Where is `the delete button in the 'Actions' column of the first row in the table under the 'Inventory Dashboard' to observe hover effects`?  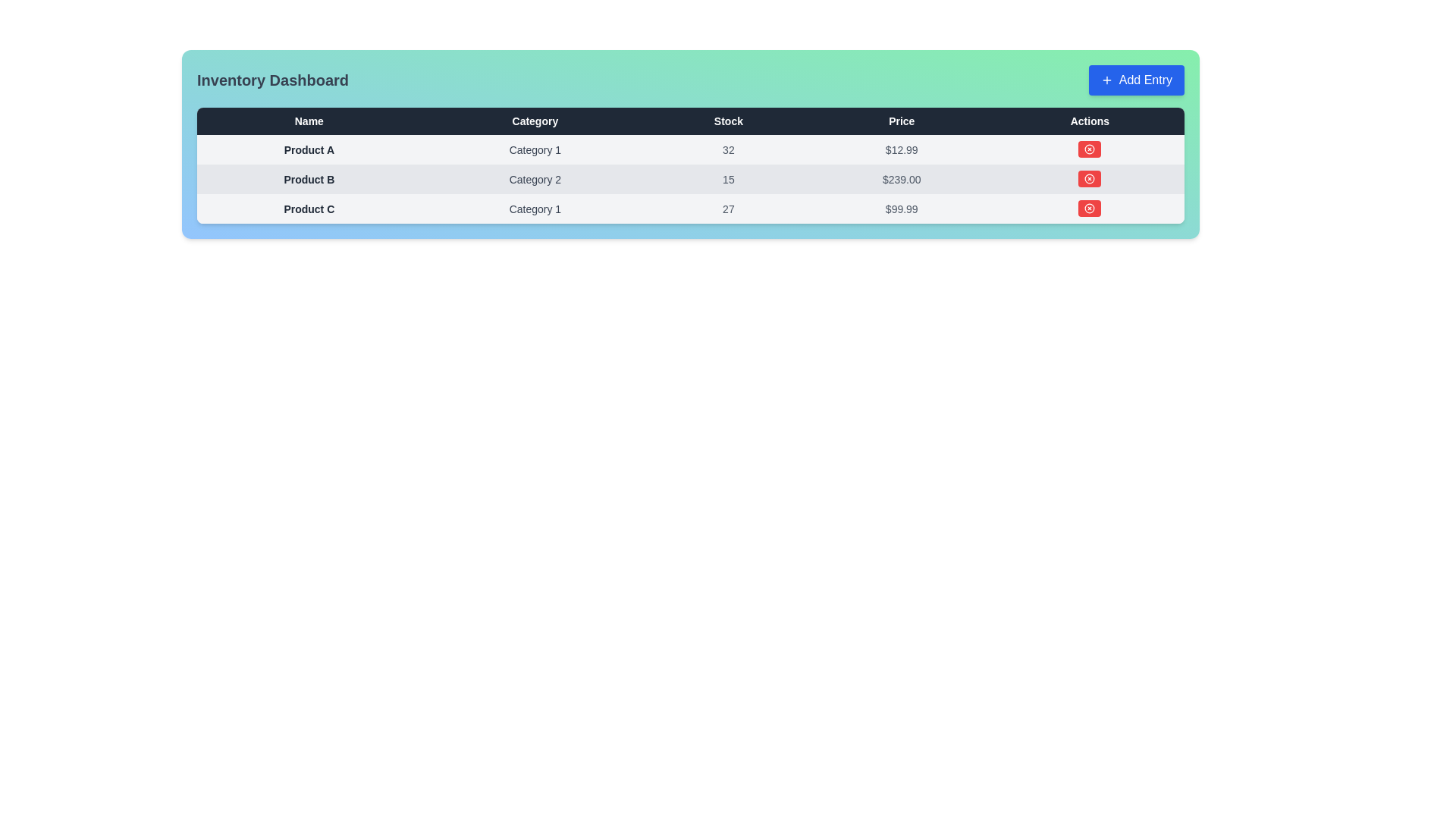 the delete button in the 'Actions' column of the first row in the table under the 'Inventory Dashboard' to observe hover effects is located at coordinates (1089, 149).